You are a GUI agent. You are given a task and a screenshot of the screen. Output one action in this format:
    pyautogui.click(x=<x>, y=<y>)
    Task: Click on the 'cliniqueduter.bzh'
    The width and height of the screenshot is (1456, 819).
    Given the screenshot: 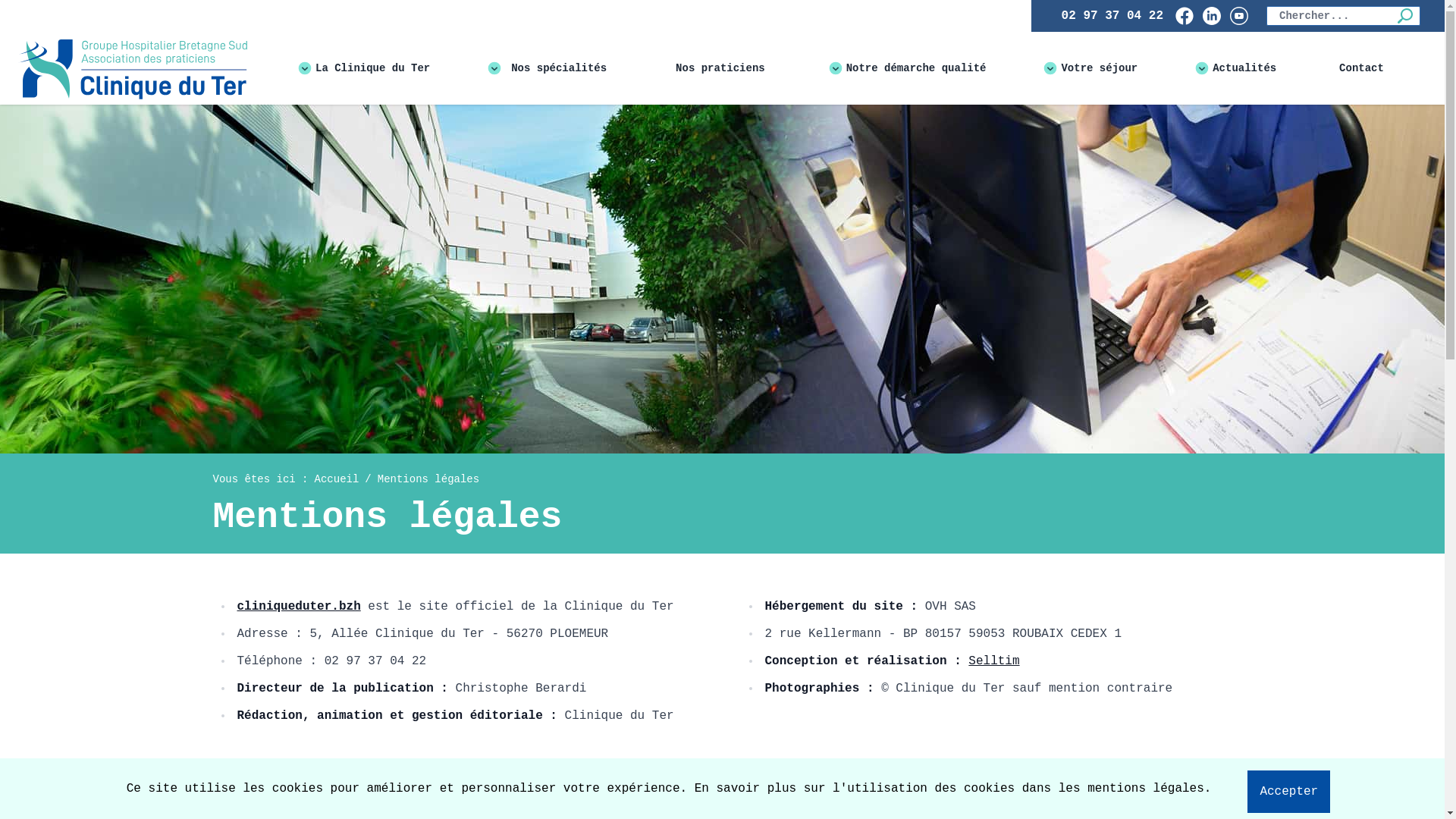 What is the action you would take?
    pyautogui.click(x=298, y=605)
    